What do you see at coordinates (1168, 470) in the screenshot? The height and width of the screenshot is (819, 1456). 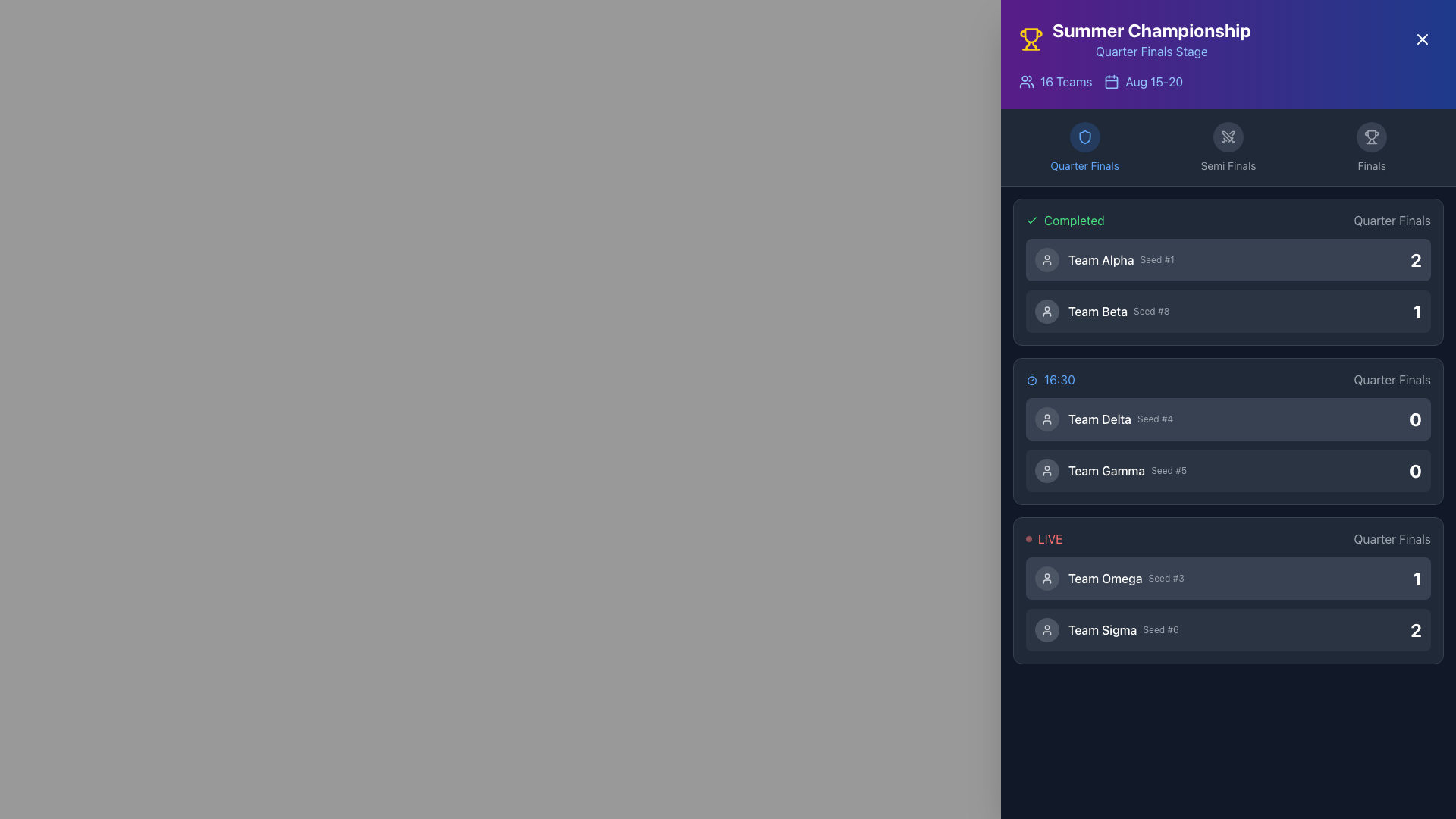 I see `text label displaying 'Seed #5' styled in gray, located to the right of 'Team Gamma' within the 'Quarter Finals' section` at bounding box center [1168, 470].